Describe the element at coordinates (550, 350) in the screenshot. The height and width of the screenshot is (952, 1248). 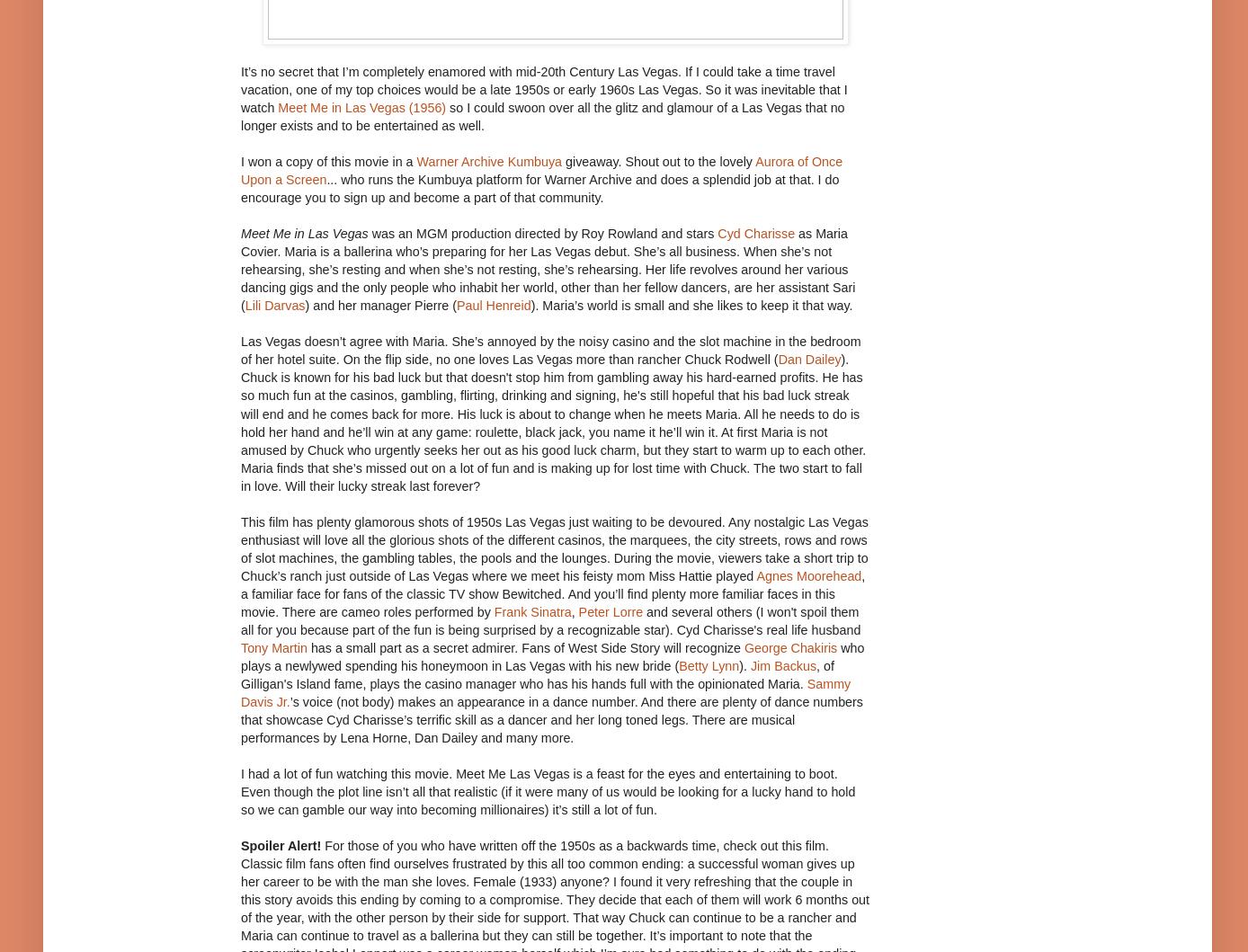
I see `'Las Vegas doesn’t agree with Maria. She’s annoyed by the noisy casino and the slot machine in the bedroom of her hotel suite. On the flip side, no one loves Las Vegas more than rancher Chuck Rodwell ('` at that location.